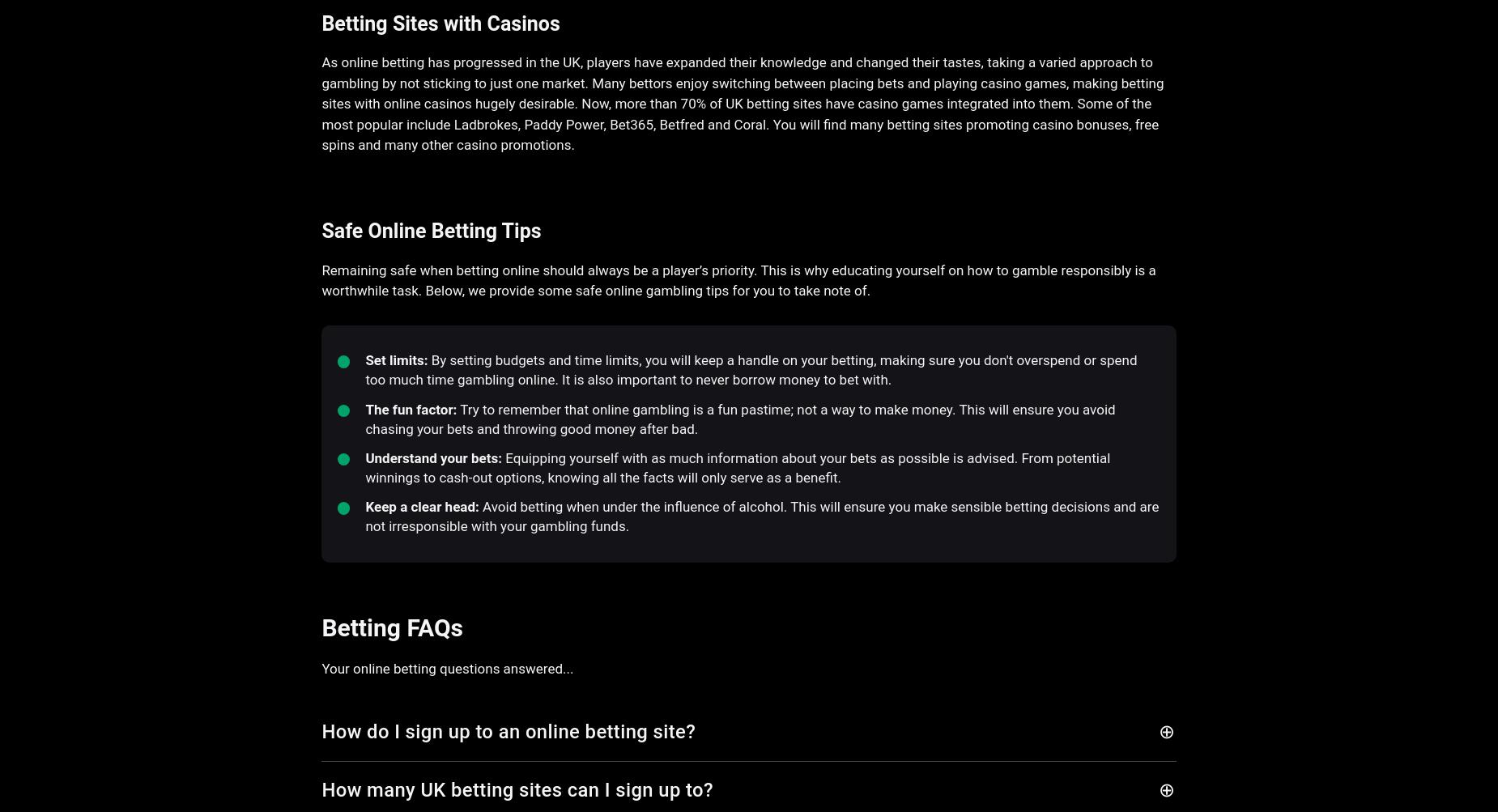 The height and width of the screenshot is (812, 1498). What do you see at coordinates (396, 360) in the screenshot?
I see `'Set limits:'` at bounding box center [396, 360].